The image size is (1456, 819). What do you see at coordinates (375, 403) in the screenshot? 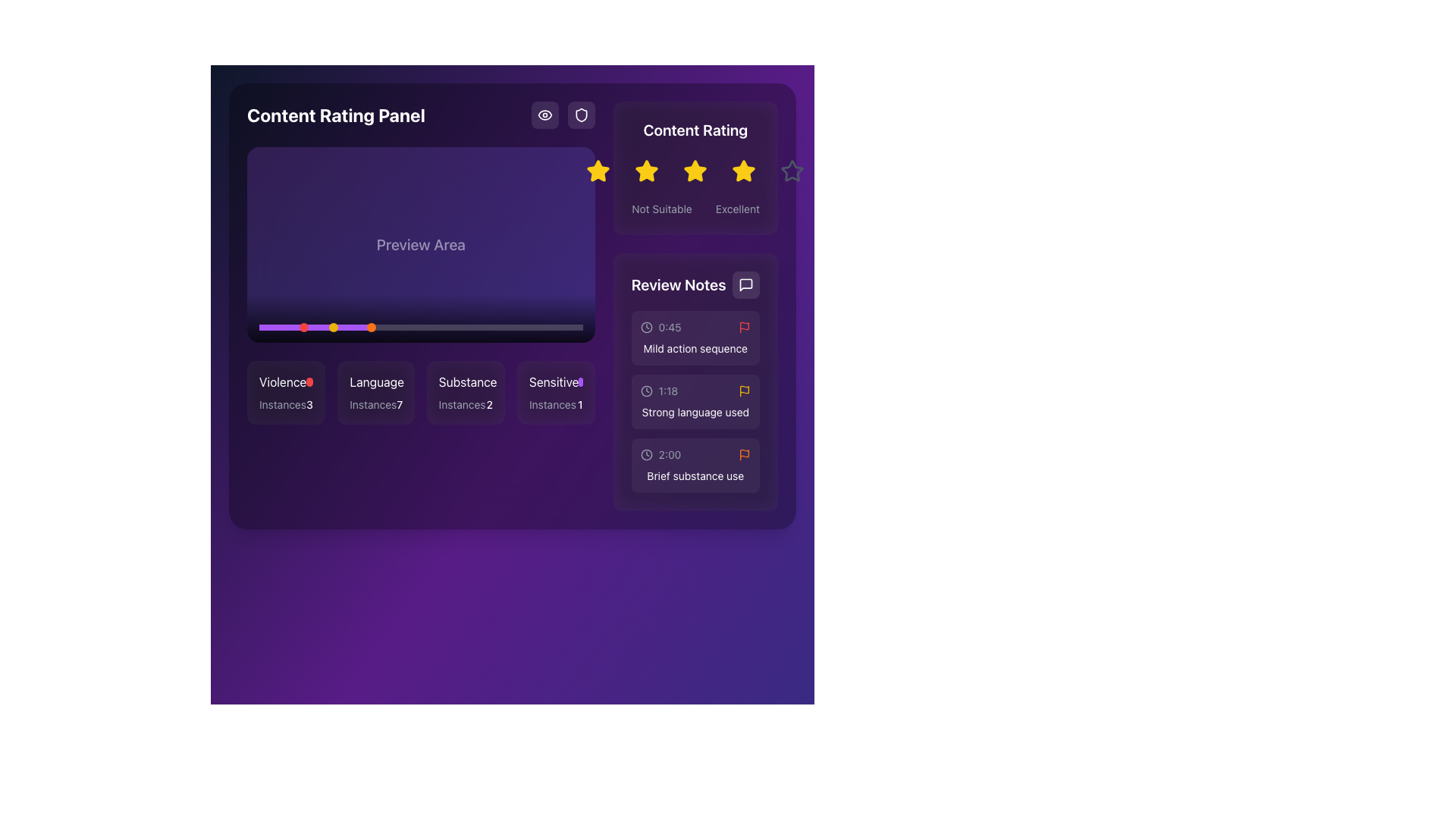
I see `the text label displaying the number of instances for the associated category, located below the 'Language' panel in the content rating categories` at bounding box center [375, 403].